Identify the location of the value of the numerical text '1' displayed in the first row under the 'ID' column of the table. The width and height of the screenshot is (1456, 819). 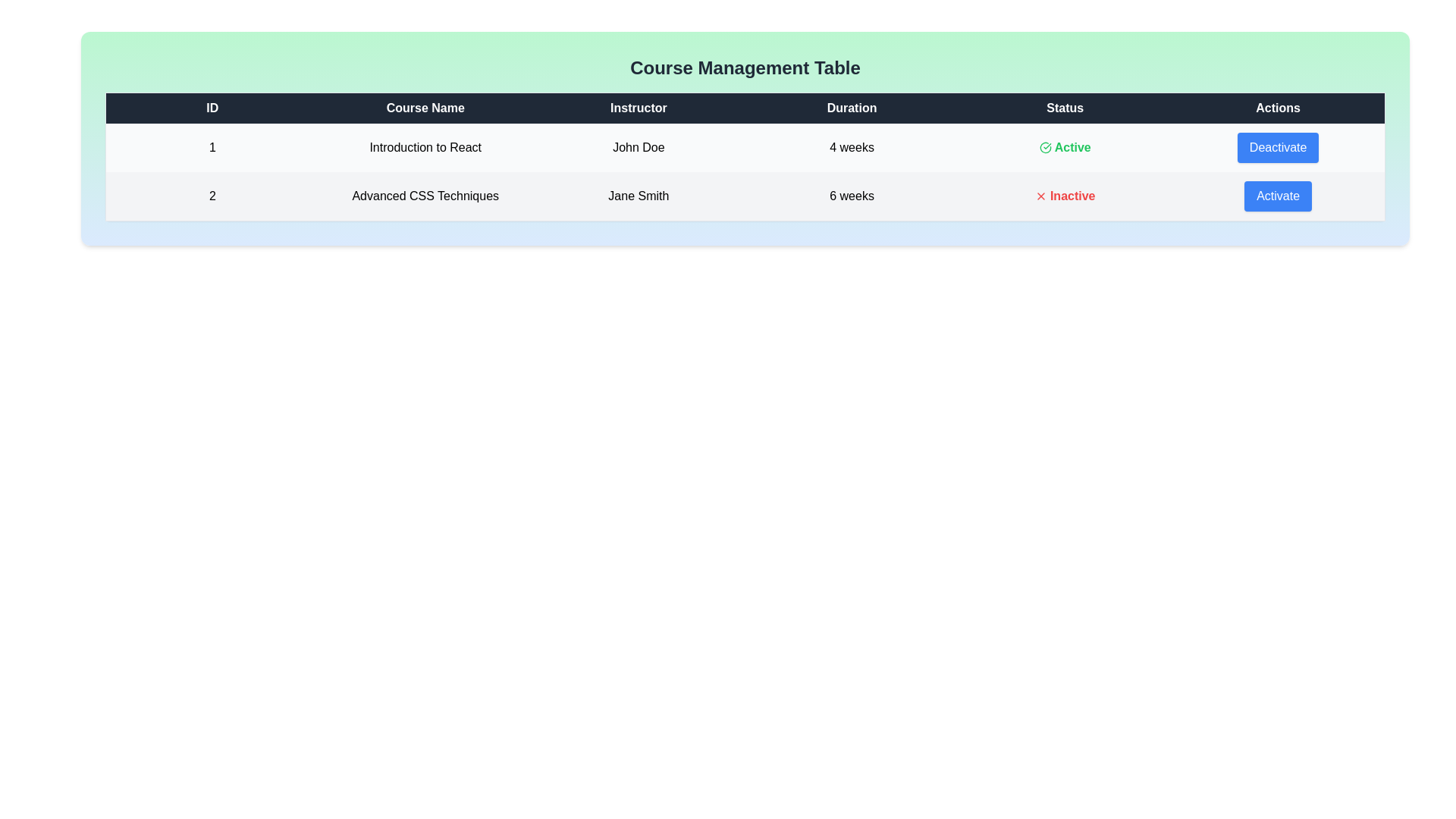
(212, 148).